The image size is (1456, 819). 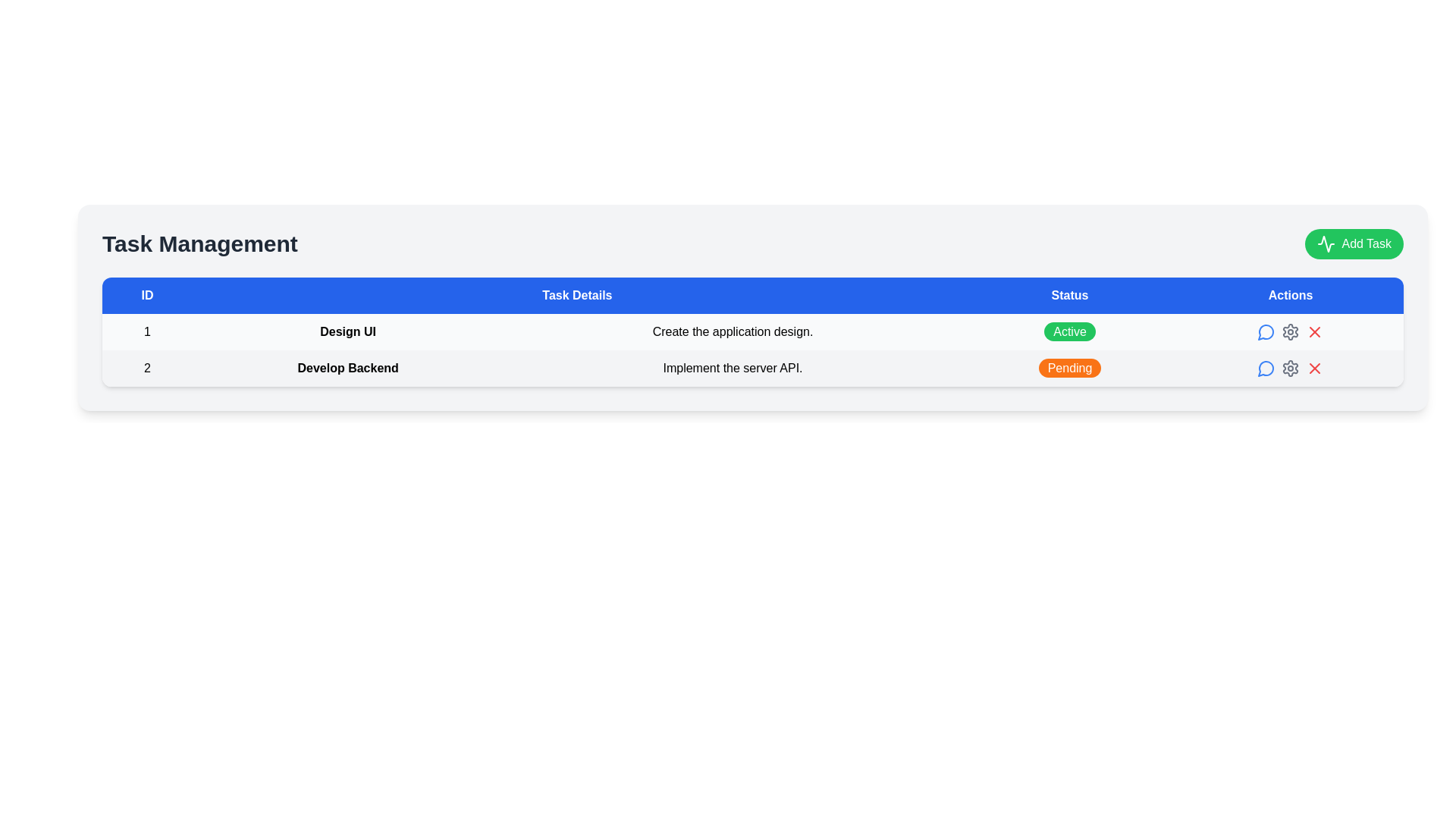 What do you see at coordinates (1290, 331) in the screenshot?
I see `the Settings icon button, which is a gear-like symbol located in the 'Actions' column of the second row in the table` at bounding box center [1290, 331].